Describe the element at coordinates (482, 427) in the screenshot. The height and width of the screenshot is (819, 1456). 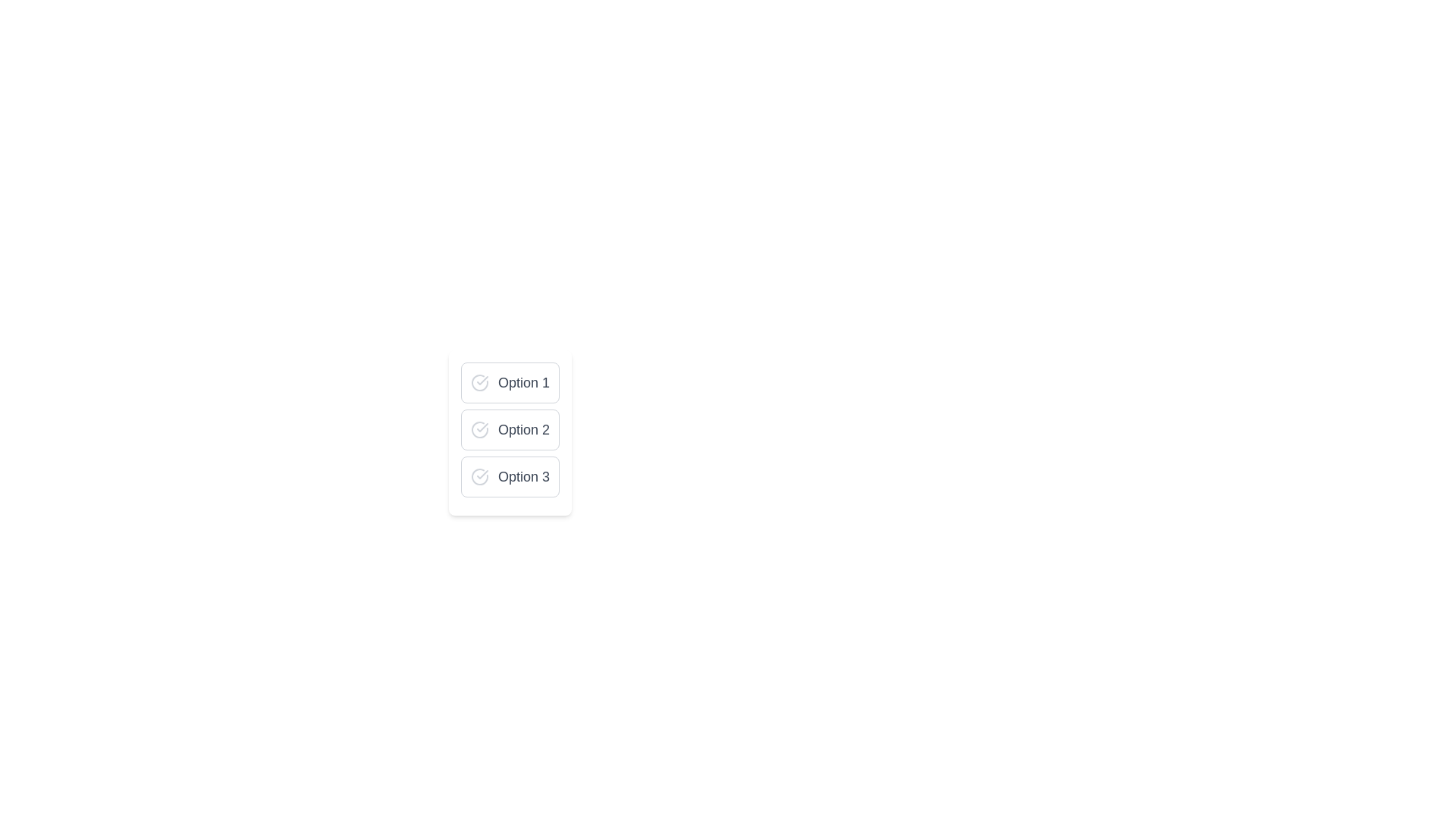
I see `the state indicator icon for the second option in a vertically ordered list, located to the left of the text 'Option 2'` at that location.